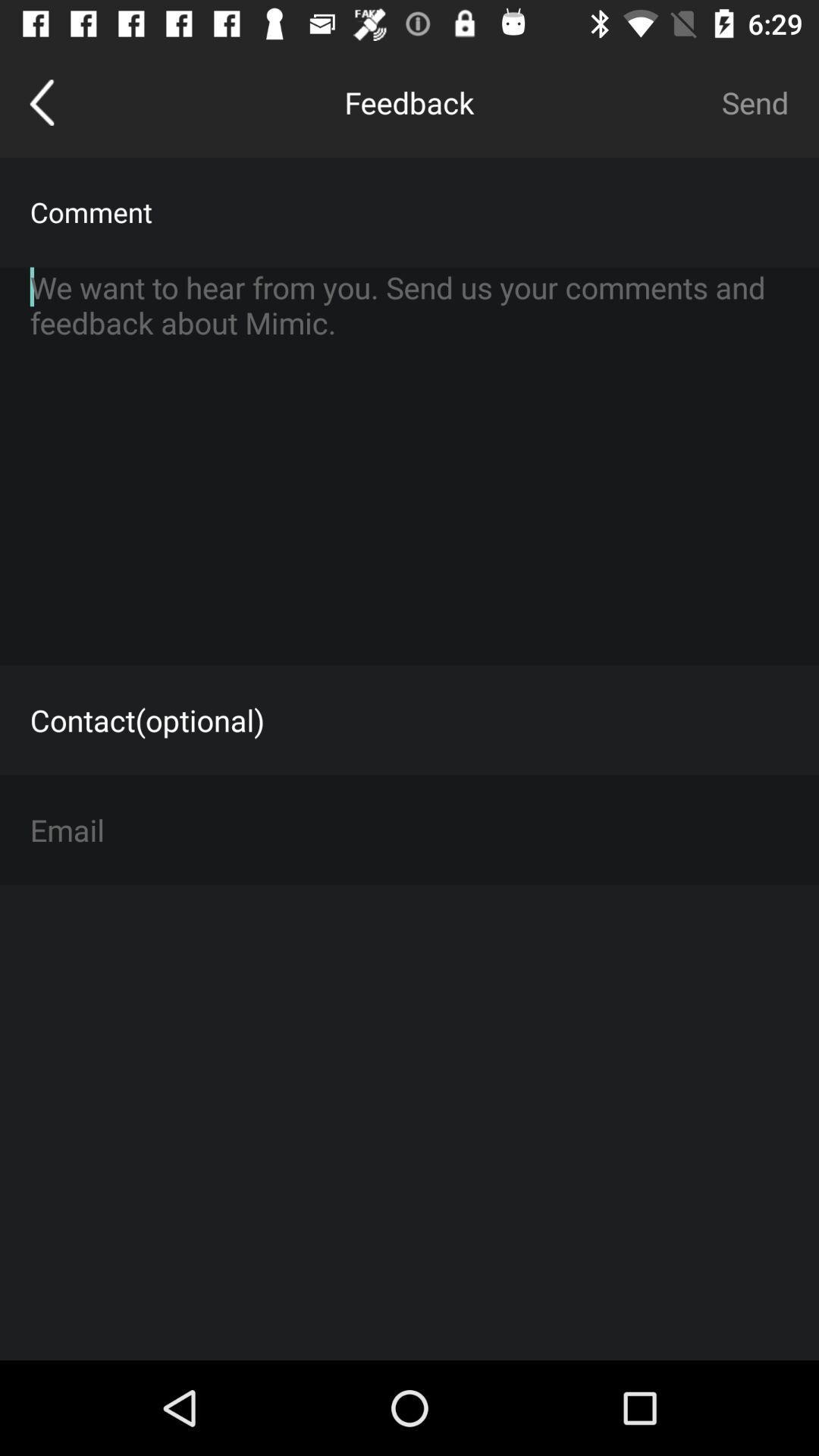  What do you see at coordinates (755, 102) in the screenshot?
I see `the item to the right of feedback item` at bounding box center [755, 102].